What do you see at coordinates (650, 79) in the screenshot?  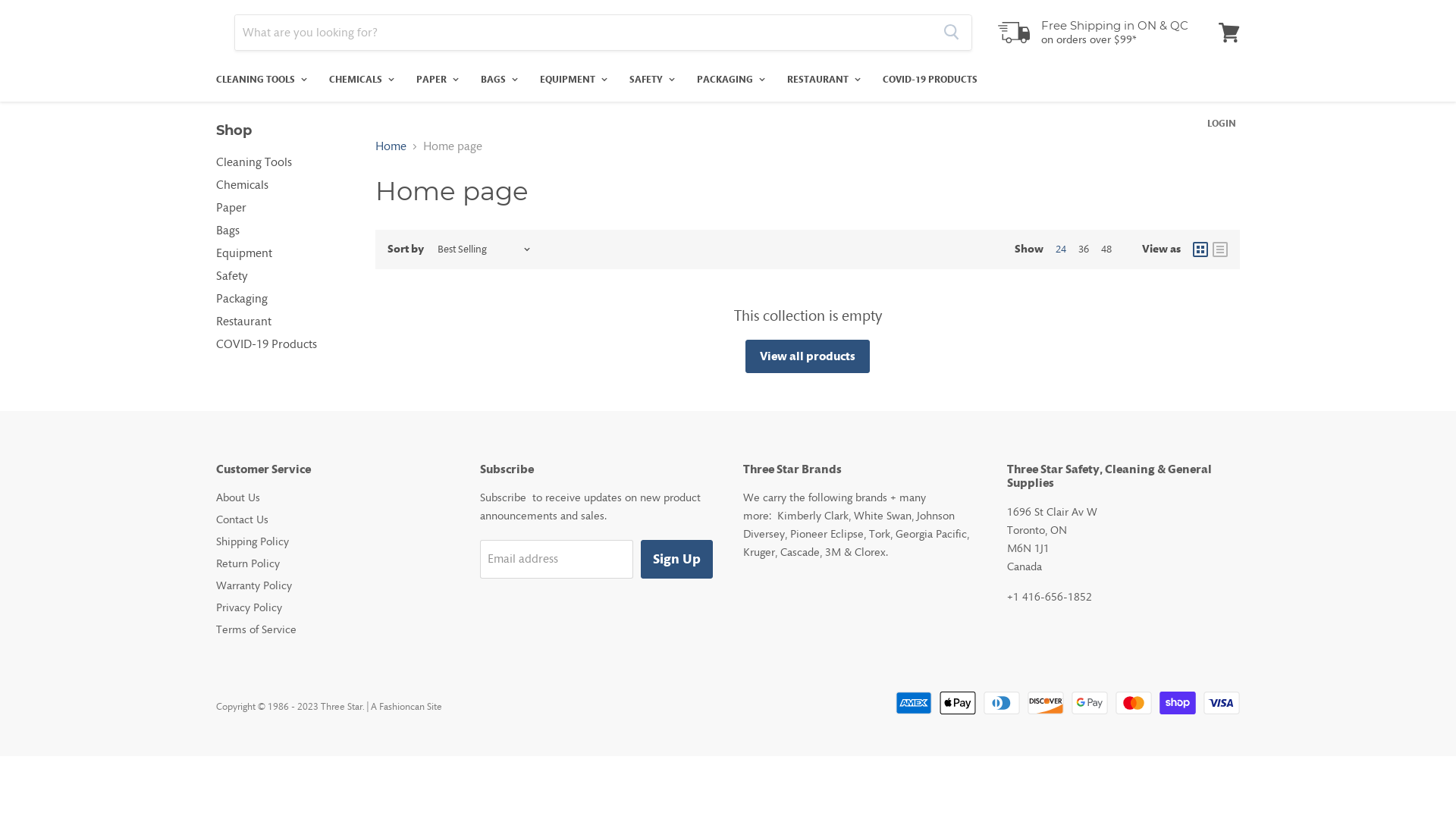 I see `'SAFETY'` at bounding box center [650, 79].